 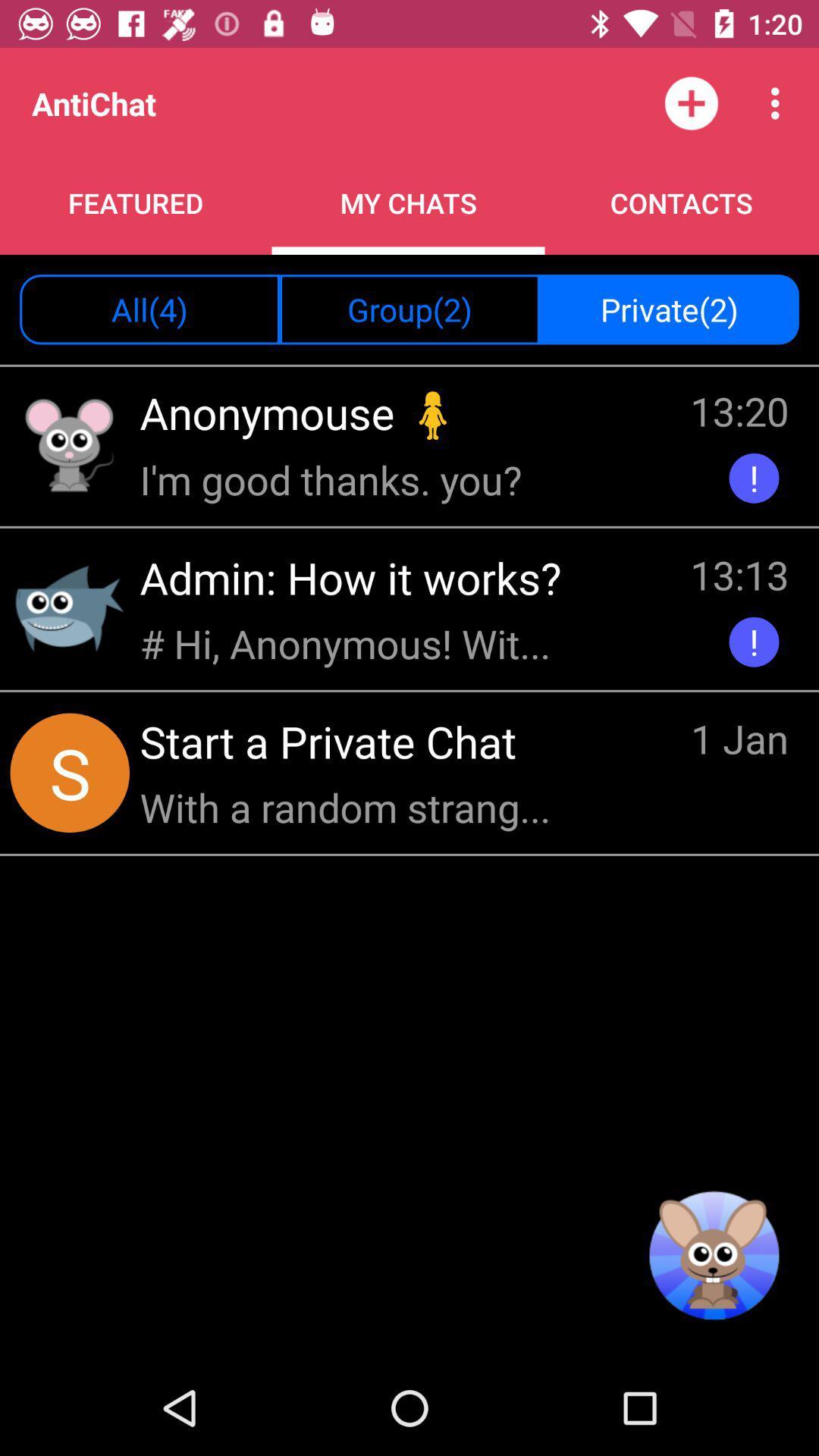 I want to click on item to the right of the all(4) item, so click(x=409, y=309).